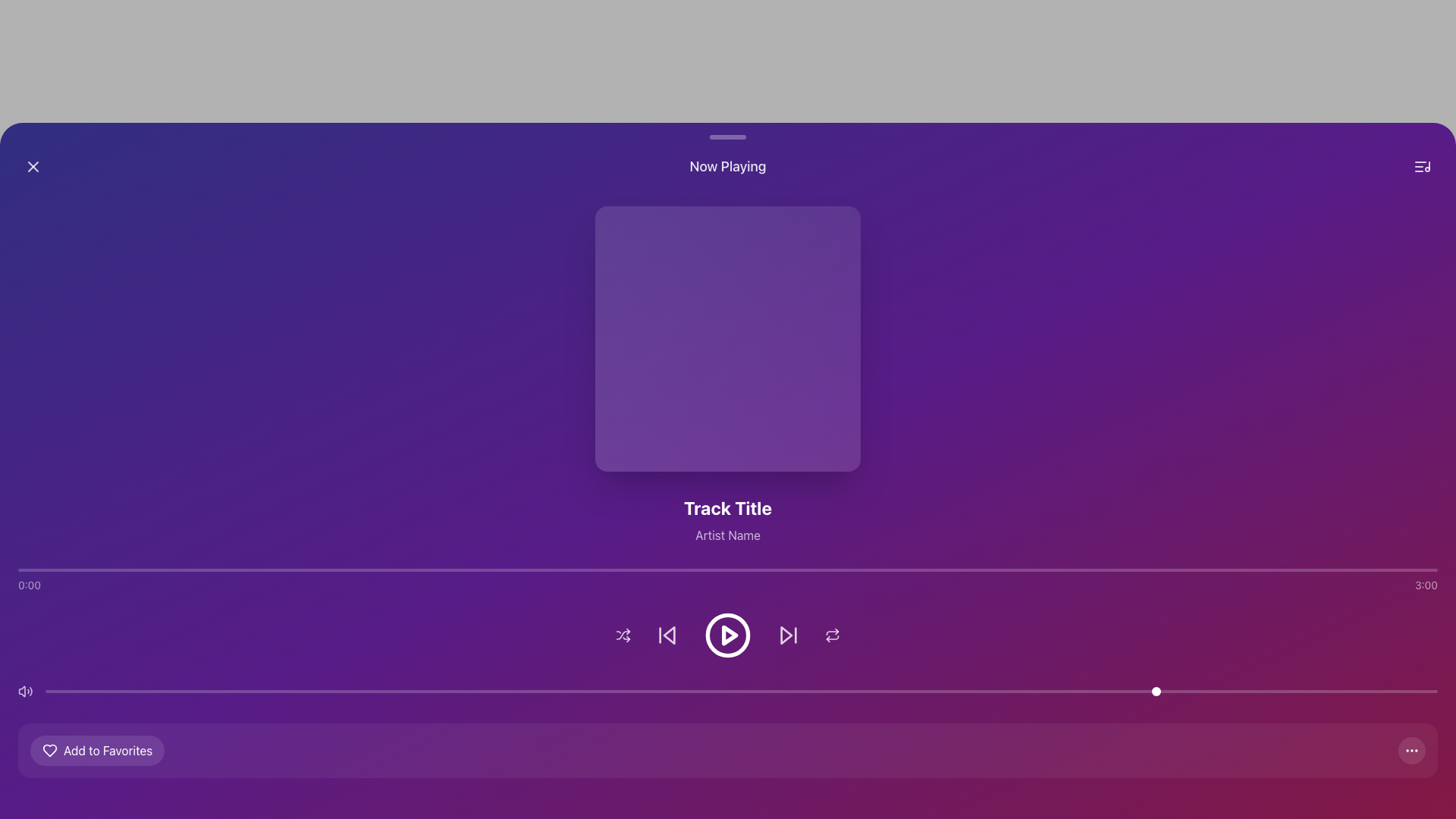 This screenshot has width=1456, height=819. What do you see at coordinates (1103, 691) in the screenshot?
I see `the slider value` at bounding box center [1103, 691].